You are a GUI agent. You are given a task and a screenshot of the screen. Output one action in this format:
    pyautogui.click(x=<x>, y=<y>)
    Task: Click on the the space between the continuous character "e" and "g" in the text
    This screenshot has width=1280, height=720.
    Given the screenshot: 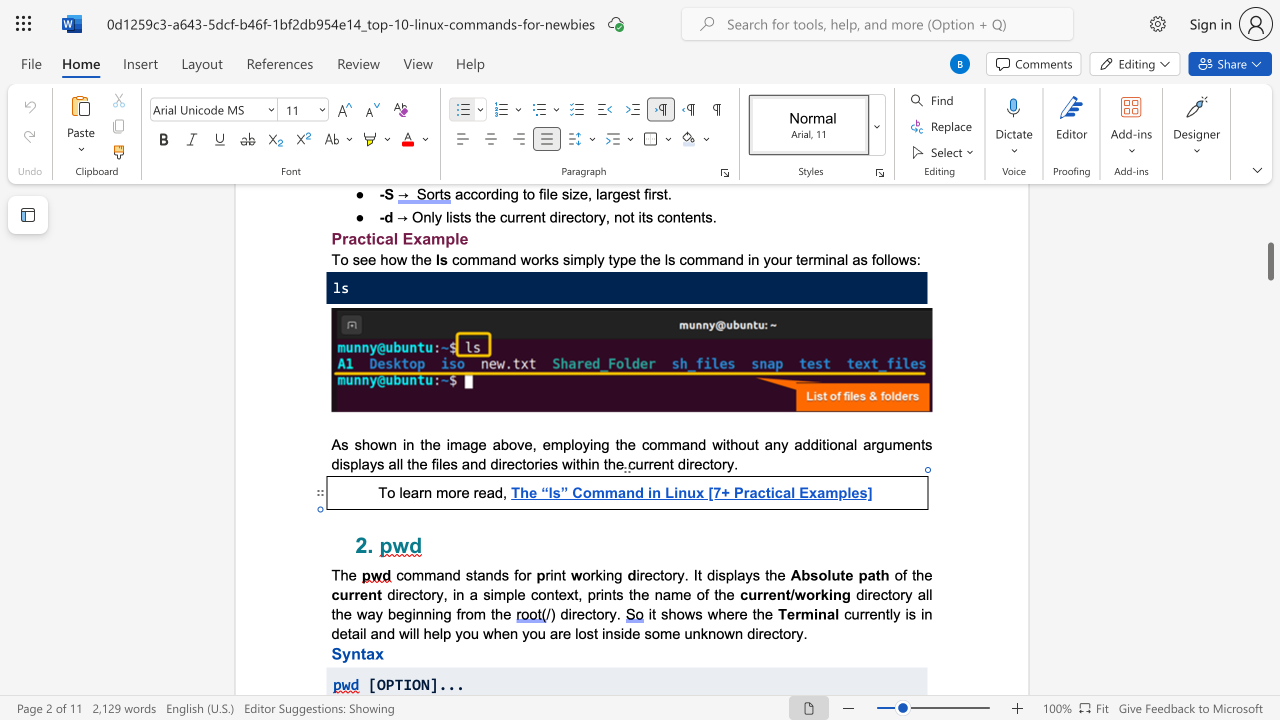 What is the action you would take?
    pyautogui.click(x=403, y=613)
    